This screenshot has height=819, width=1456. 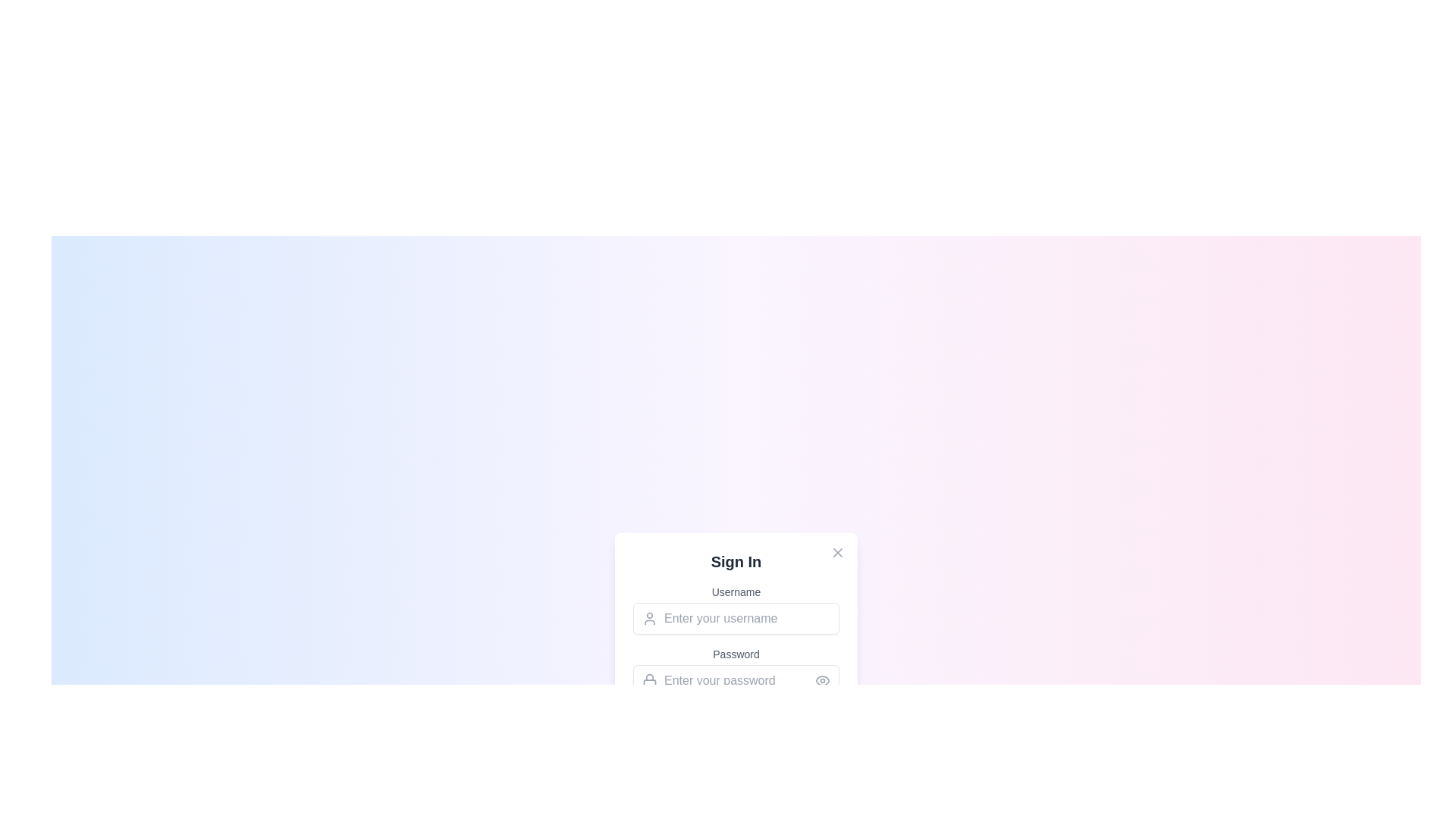 I want to click on the close button located in the top-right corner of the sign-in card, so click(x=836, y=553).